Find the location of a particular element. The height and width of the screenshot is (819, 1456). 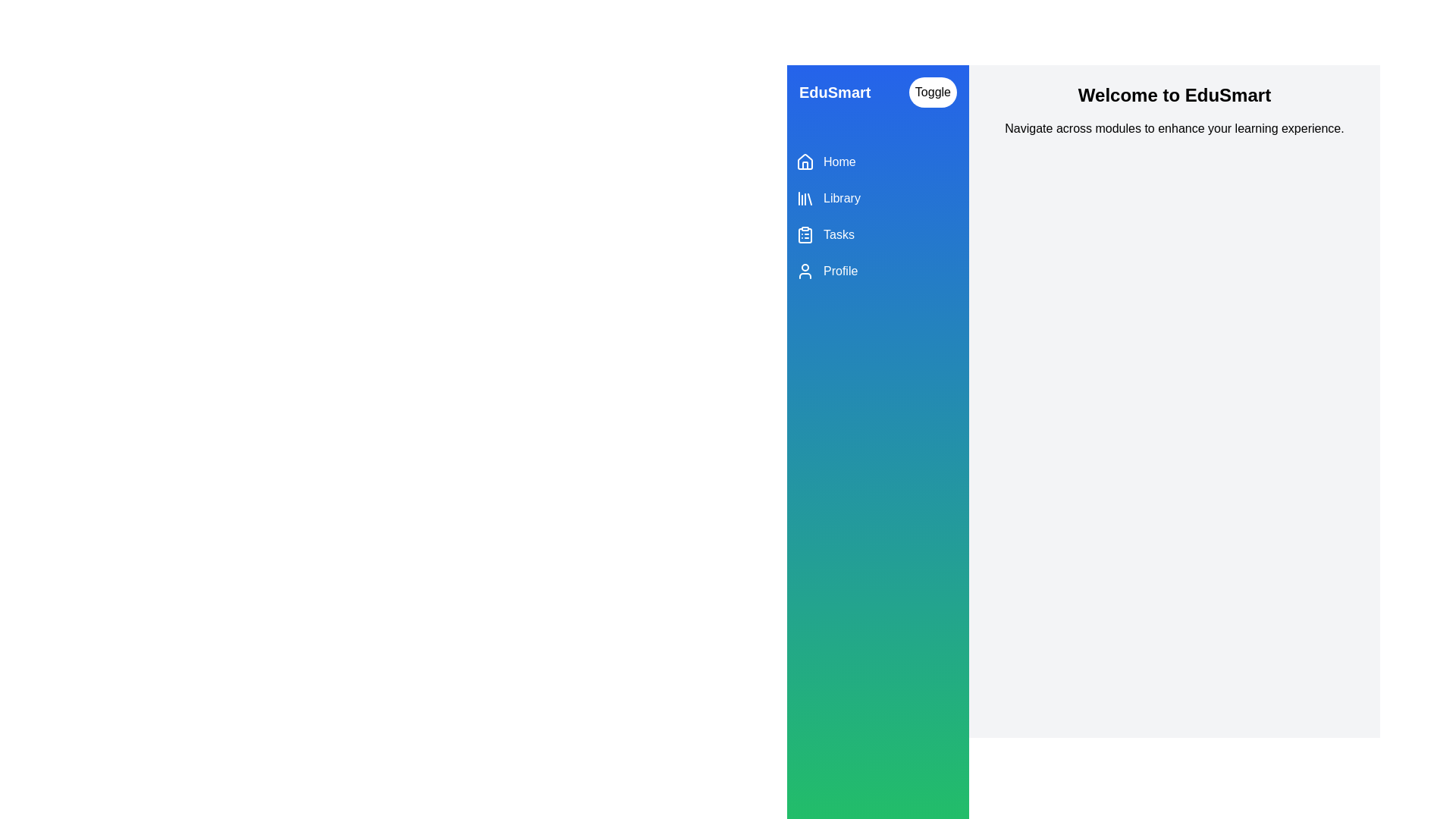

the Library icon in the menu is located at coordinates (804, 198).